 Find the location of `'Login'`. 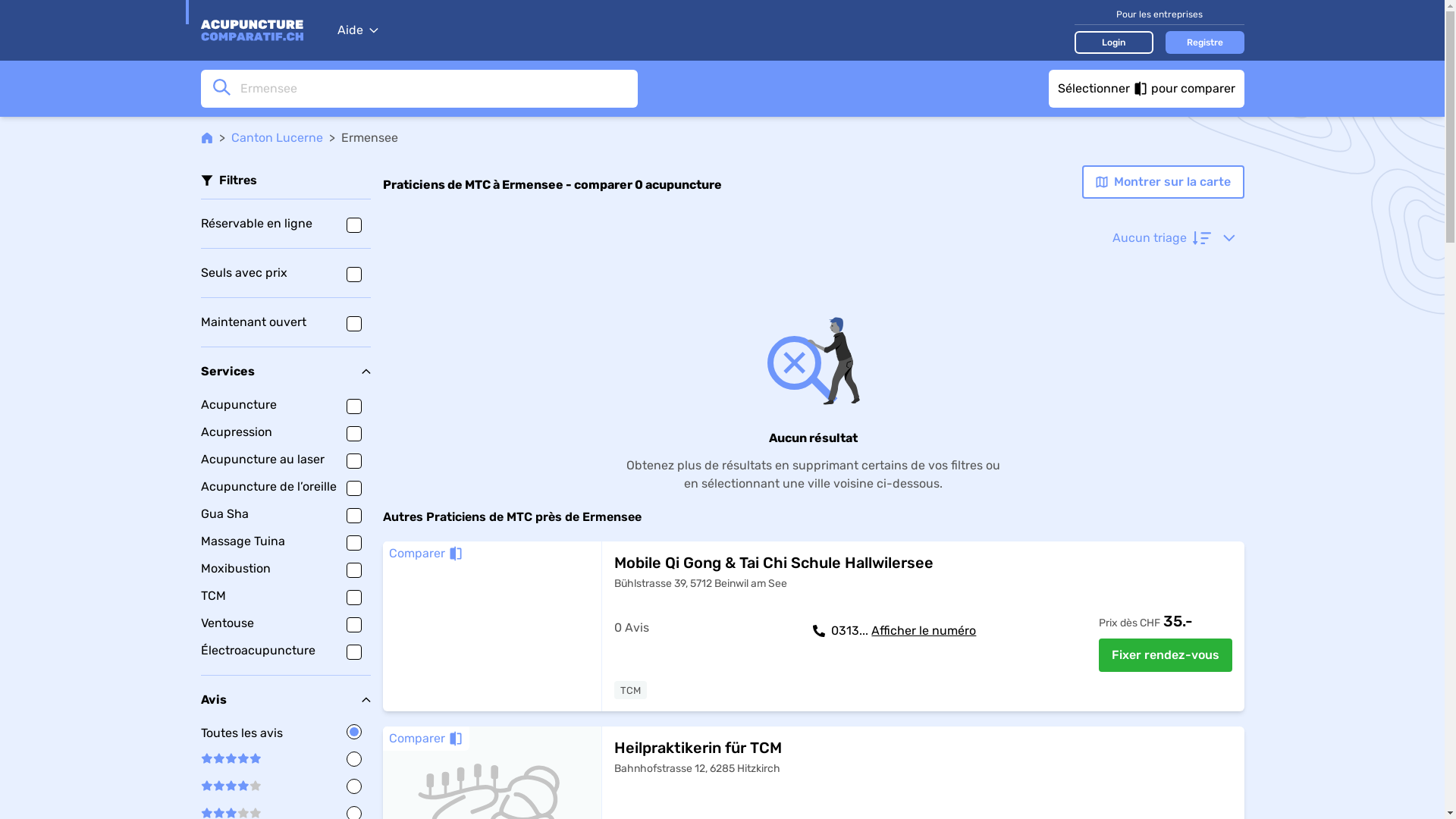

'Login' is located at coordinates (1113, 40).